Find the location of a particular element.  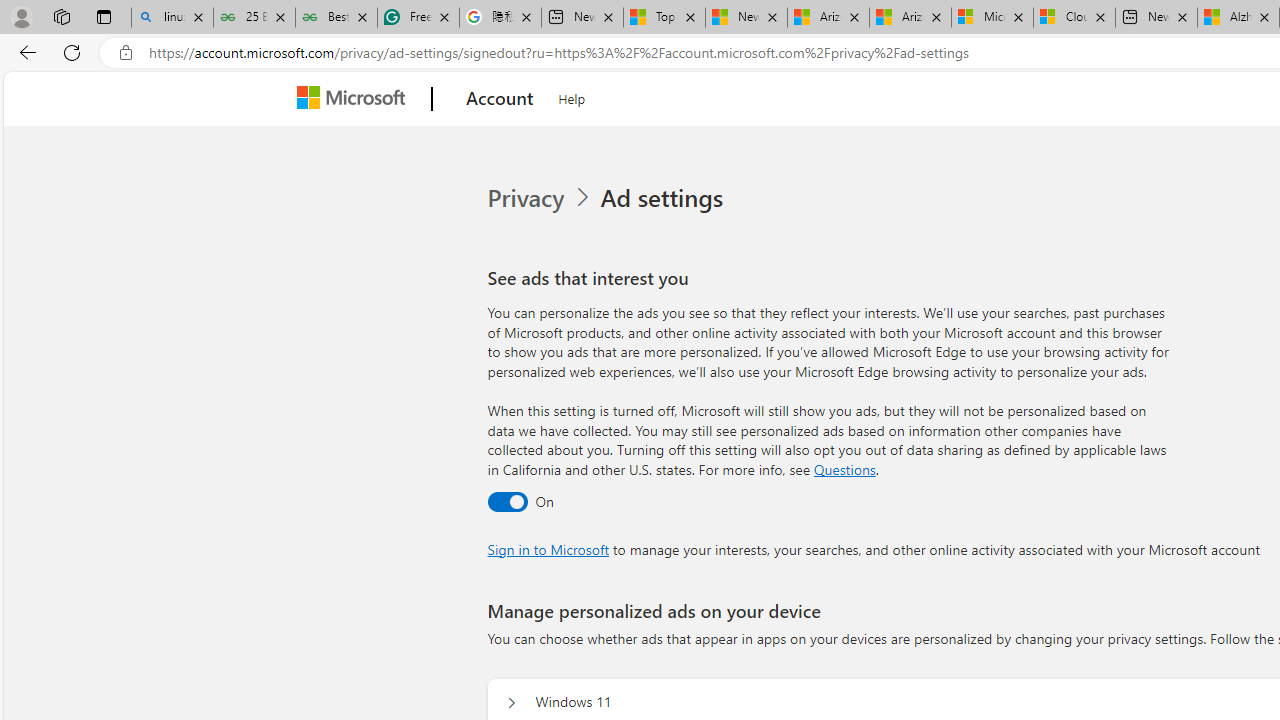

'Ad settings toggle' is located at coordinates (506, 500).